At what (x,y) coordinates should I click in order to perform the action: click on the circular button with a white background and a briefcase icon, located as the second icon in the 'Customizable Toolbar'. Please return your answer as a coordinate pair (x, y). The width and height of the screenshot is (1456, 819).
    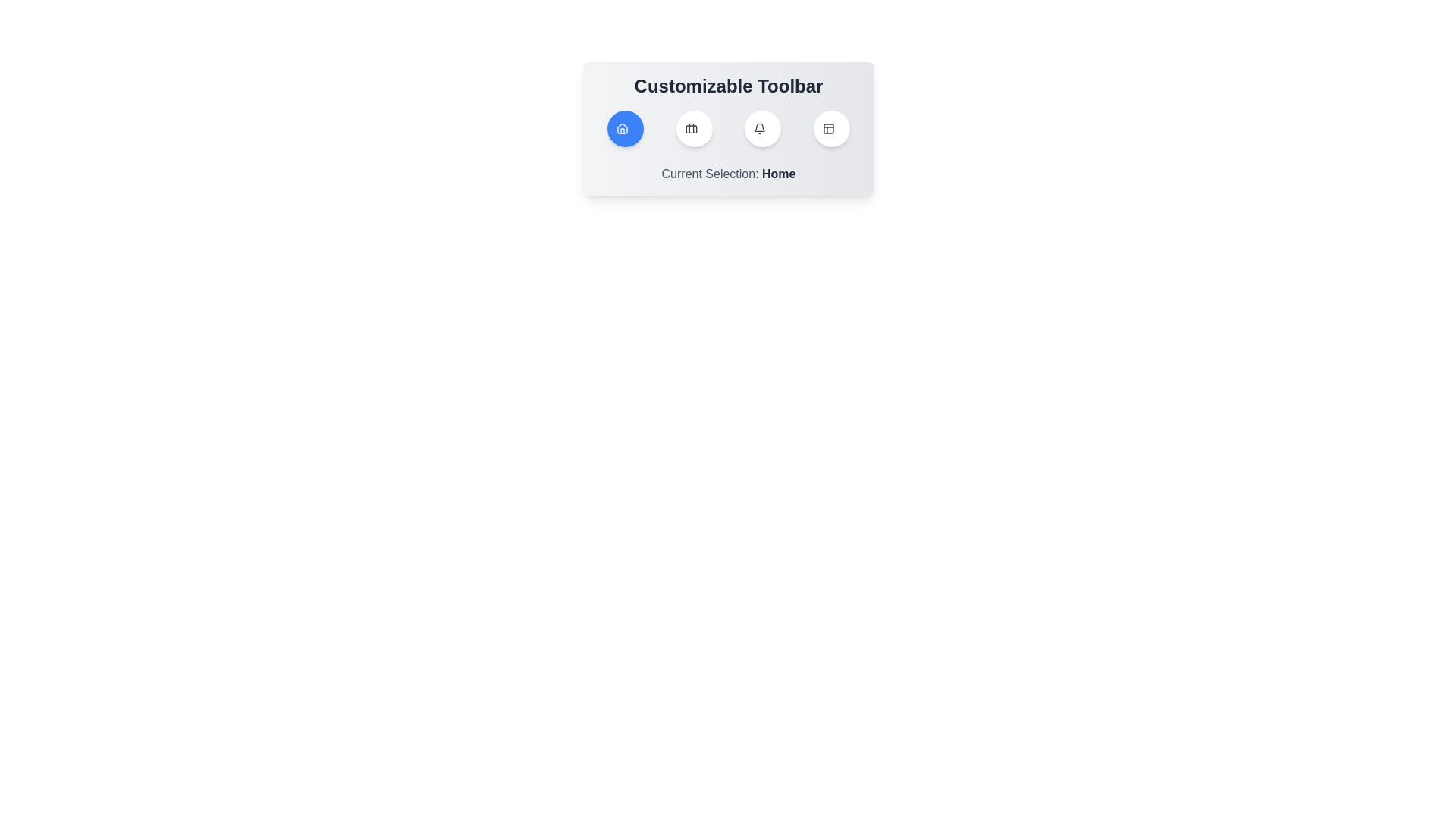
    Looking at the image, I should click on (693, 127).